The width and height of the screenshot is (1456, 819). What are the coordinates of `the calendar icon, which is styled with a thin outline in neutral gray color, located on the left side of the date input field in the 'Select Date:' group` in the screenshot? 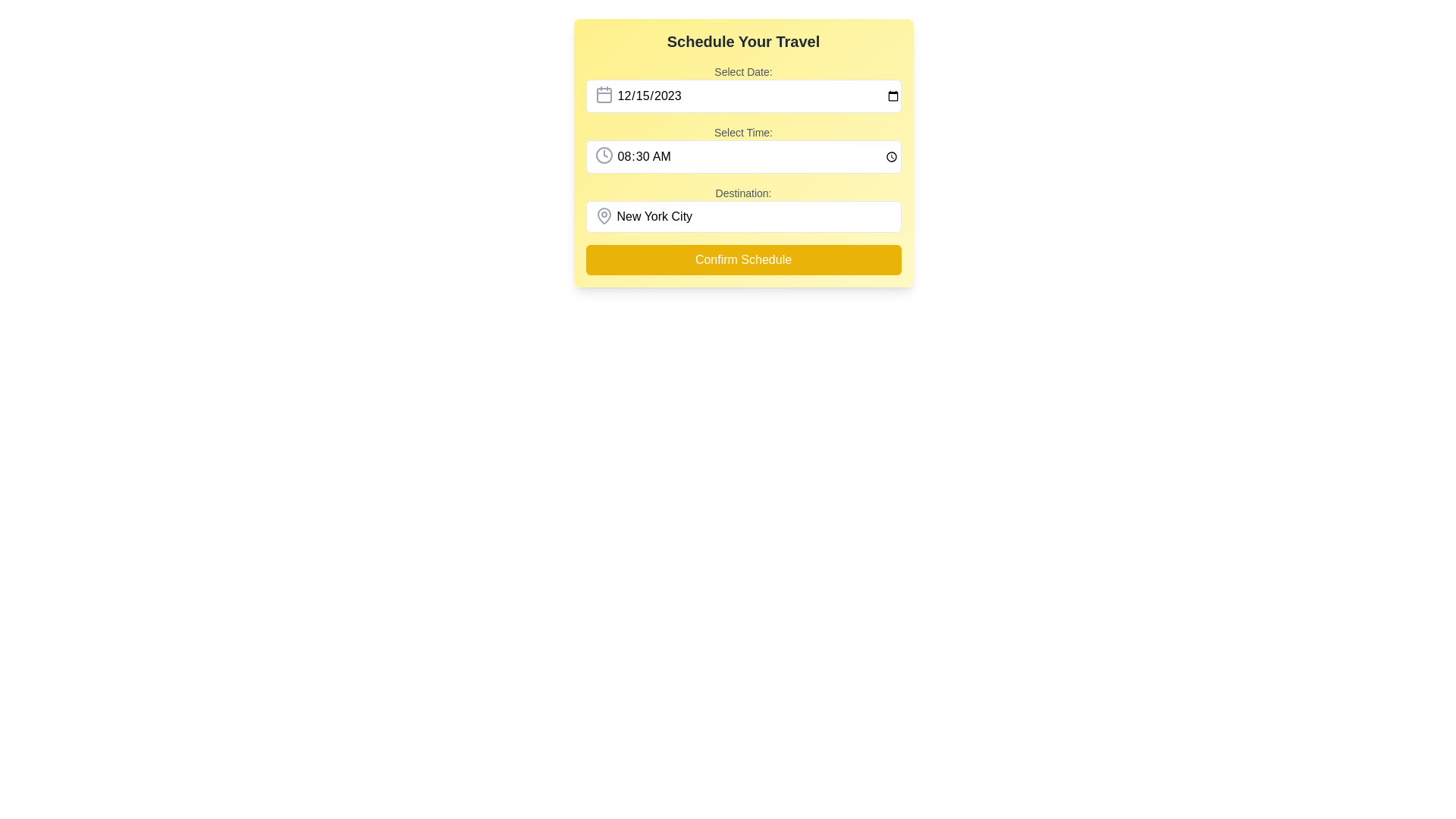 It's located at (603, 94).